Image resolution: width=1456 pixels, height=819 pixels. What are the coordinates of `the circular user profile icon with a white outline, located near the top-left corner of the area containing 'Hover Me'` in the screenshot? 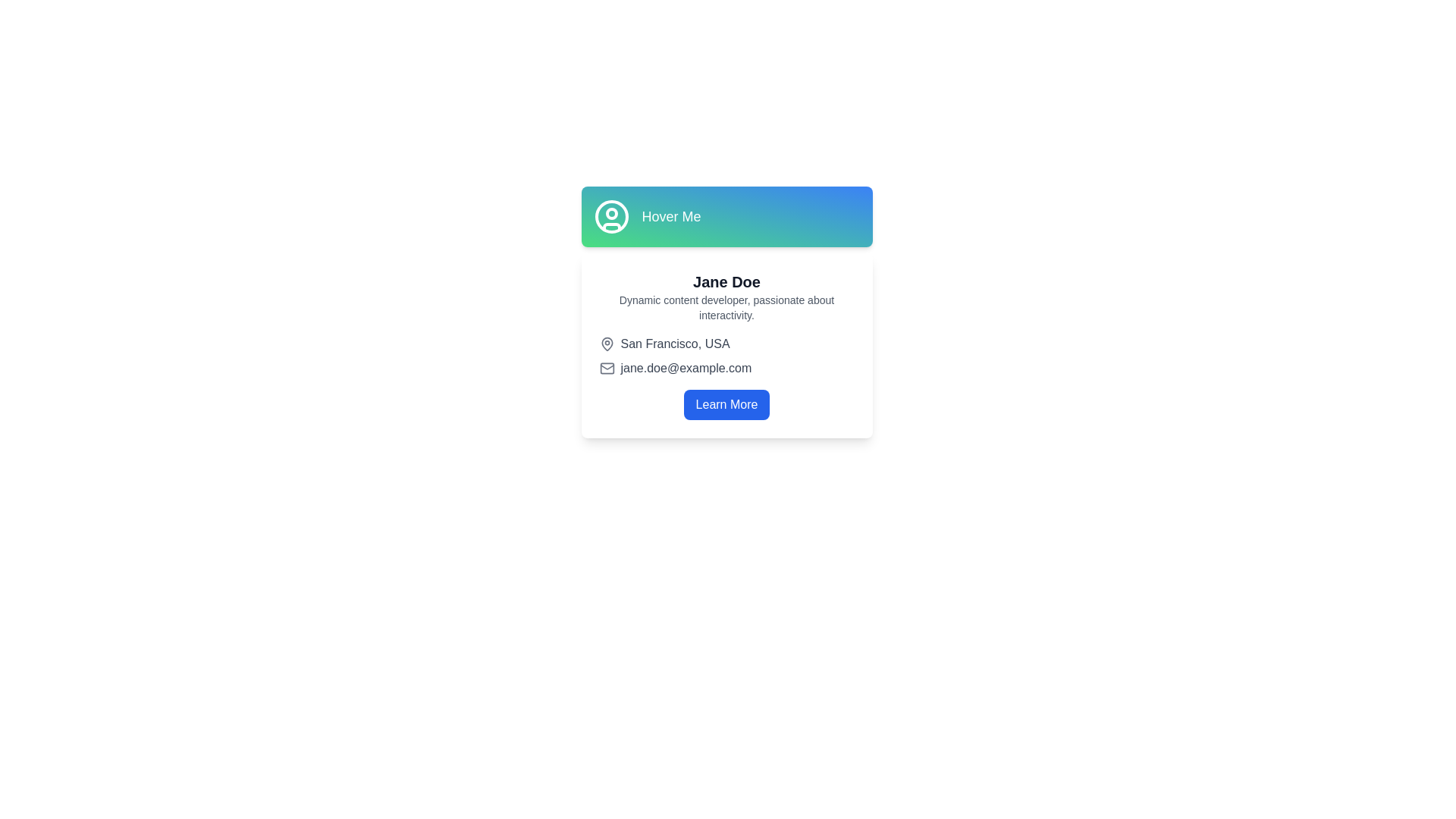 It's located at (611, 216).